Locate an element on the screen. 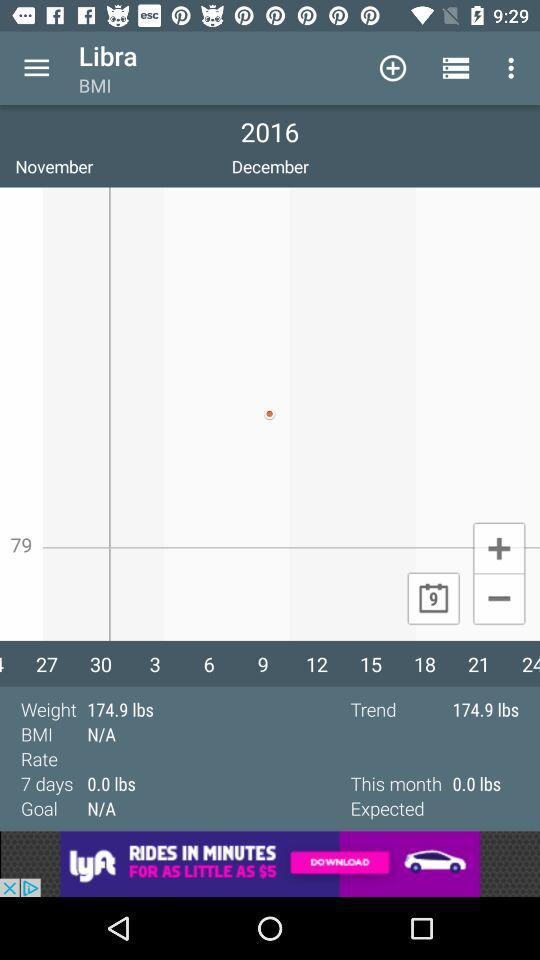 The width and height of the screenshot is (540, 960). the add icon is located at coordinates (498, 547).